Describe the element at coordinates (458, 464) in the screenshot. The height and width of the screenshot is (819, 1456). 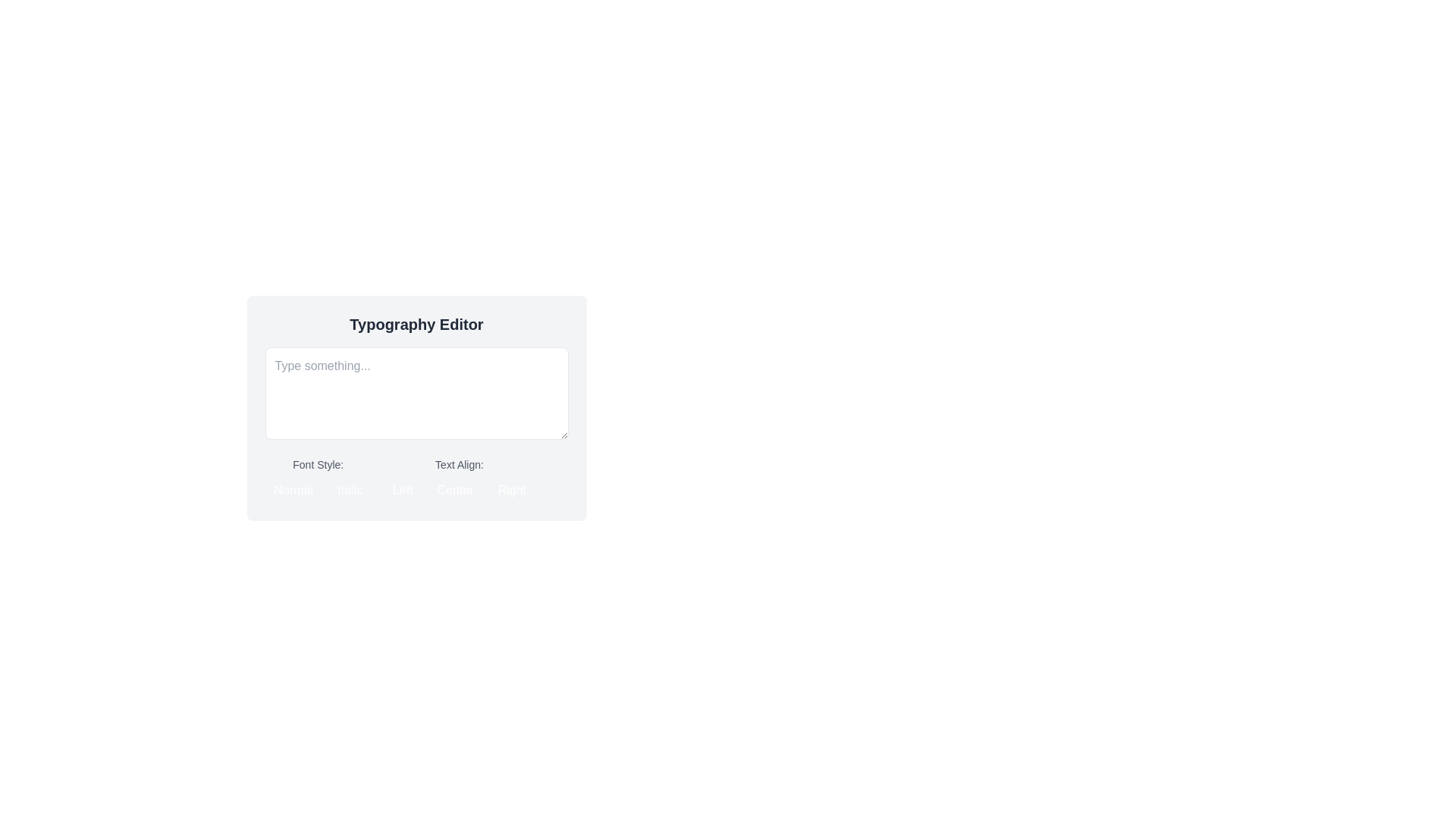
I see `the text label displaying 'Text Align:' which is styled with a small font size and gray coloring, positioned above the text alignment buttons in the 'Typography Editor' form` at that location.